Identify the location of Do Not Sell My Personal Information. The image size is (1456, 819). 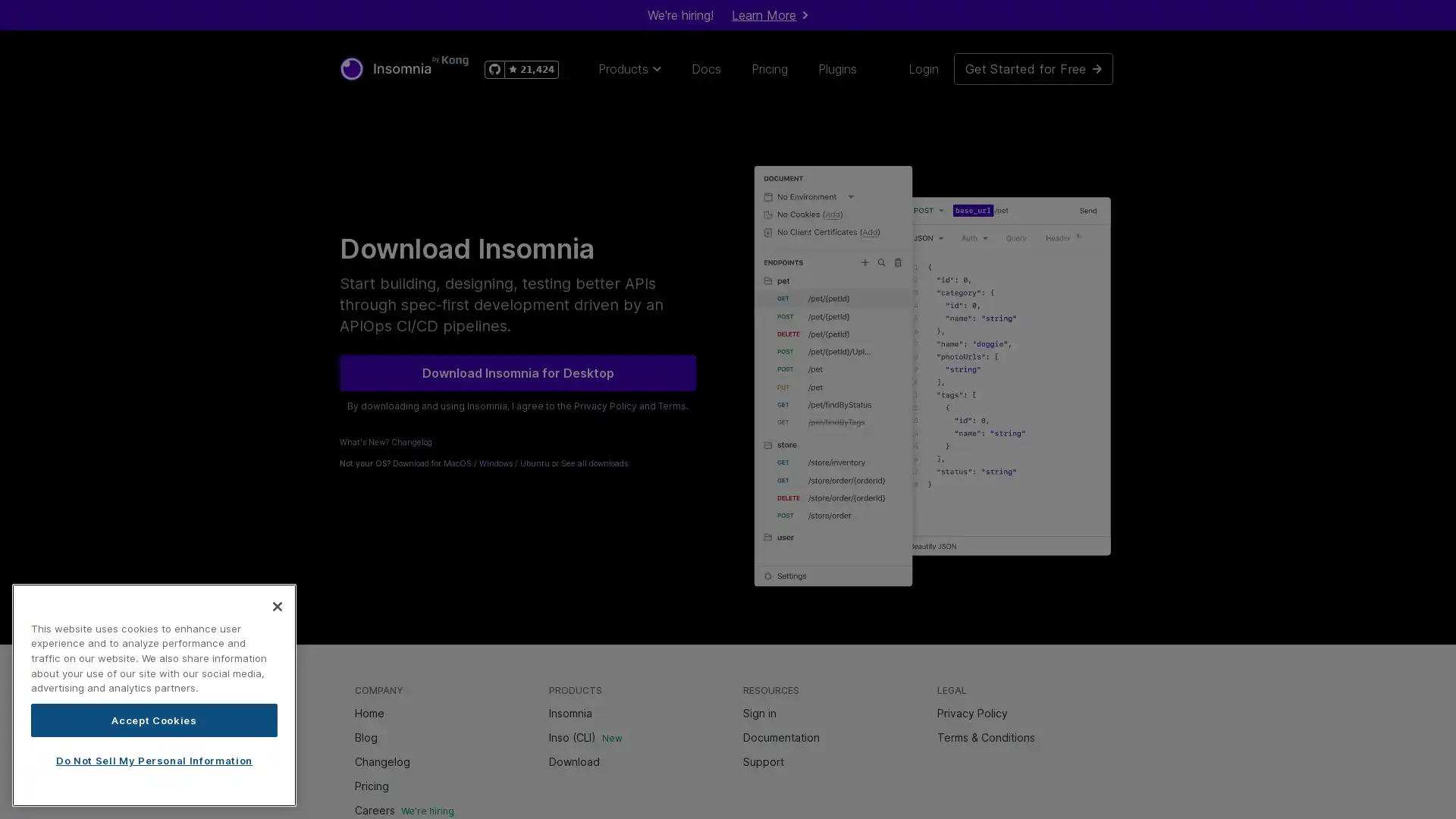
(154, 760).